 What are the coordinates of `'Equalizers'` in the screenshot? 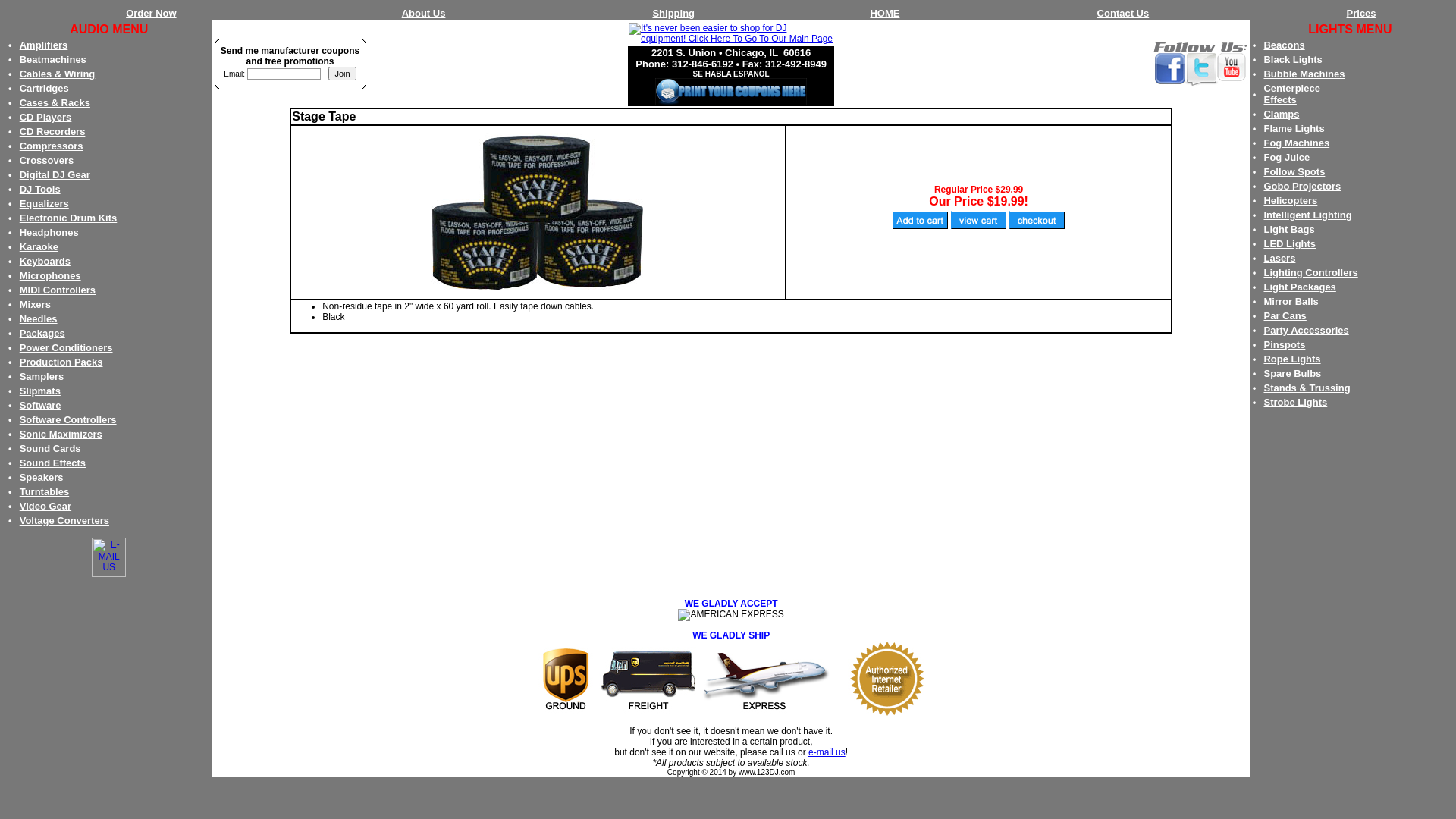 It's located at (19, 202).